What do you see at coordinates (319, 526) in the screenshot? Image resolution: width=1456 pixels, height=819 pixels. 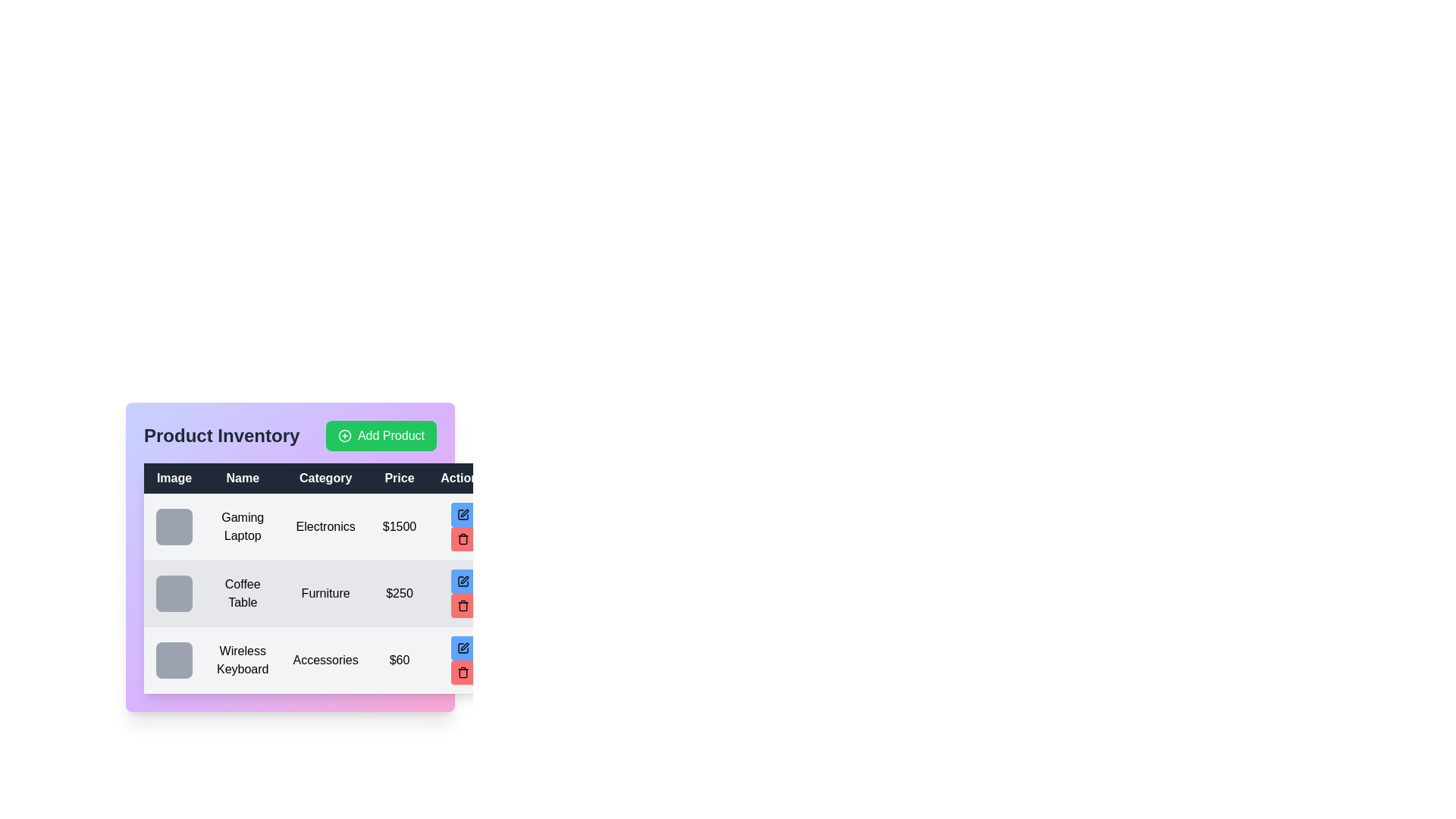 I see `the product entry for 'Gaming Laptop'` at bounding box center [319, 526].